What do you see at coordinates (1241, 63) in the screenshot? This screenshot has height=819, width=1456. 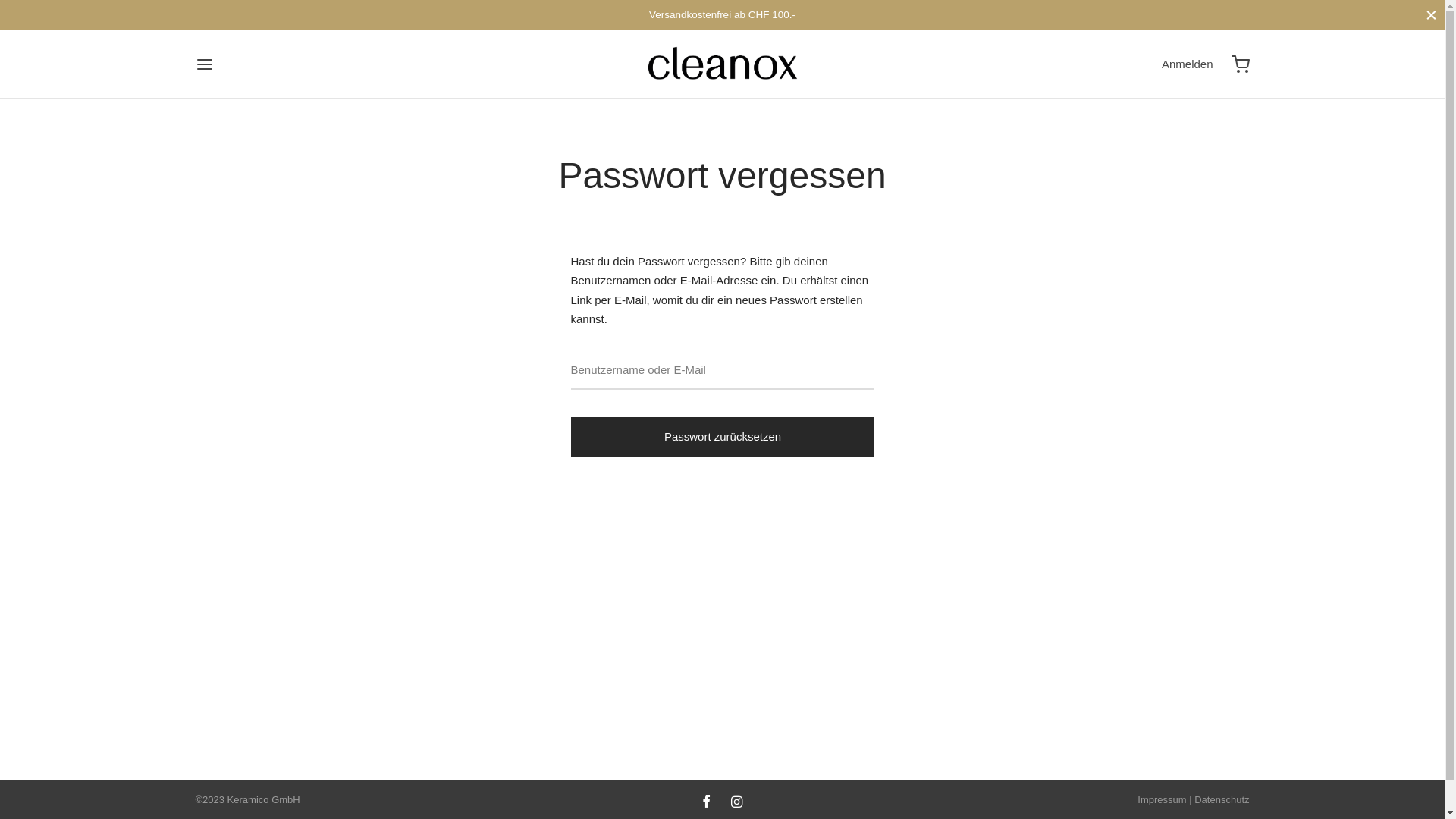 I see `'Warenkorb'` at bounding box center [1241, 63].